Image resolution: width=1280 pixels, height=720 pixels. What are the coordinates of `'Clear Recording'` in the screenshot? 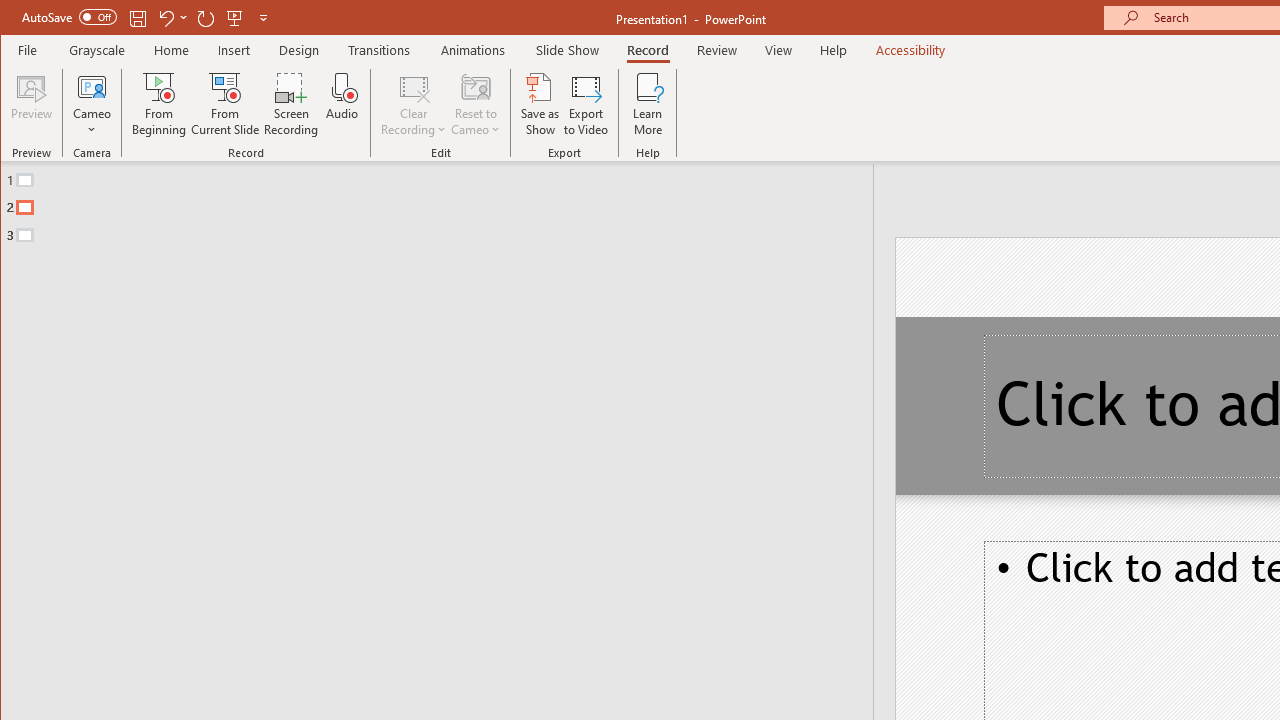 It's located at (413, 104).